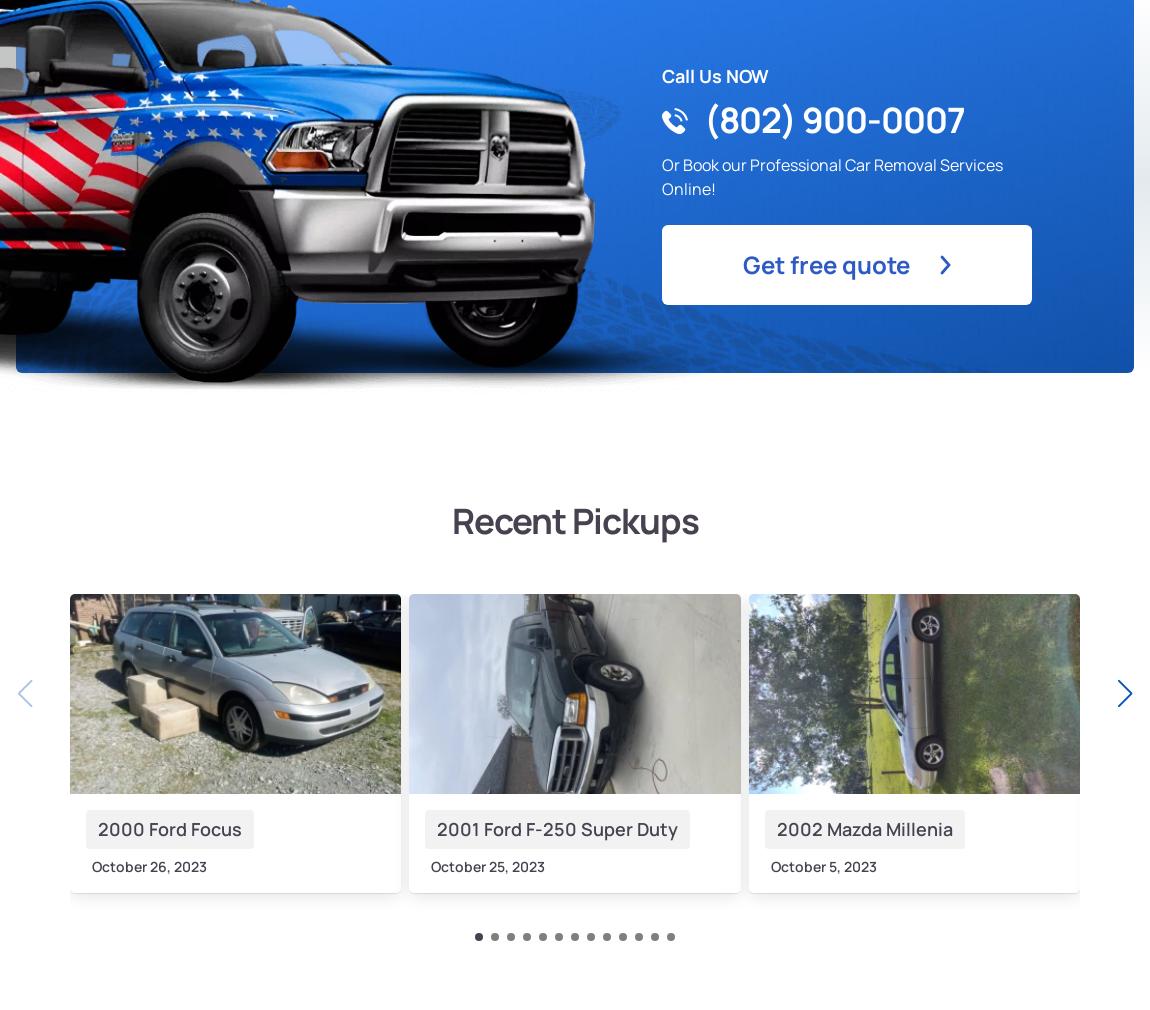 The image size is (1150, 1010). What do you see at coordinates (661, 74) in the screenshot?
I see `'Call Us NOW'` at bounding box center [661, 74].